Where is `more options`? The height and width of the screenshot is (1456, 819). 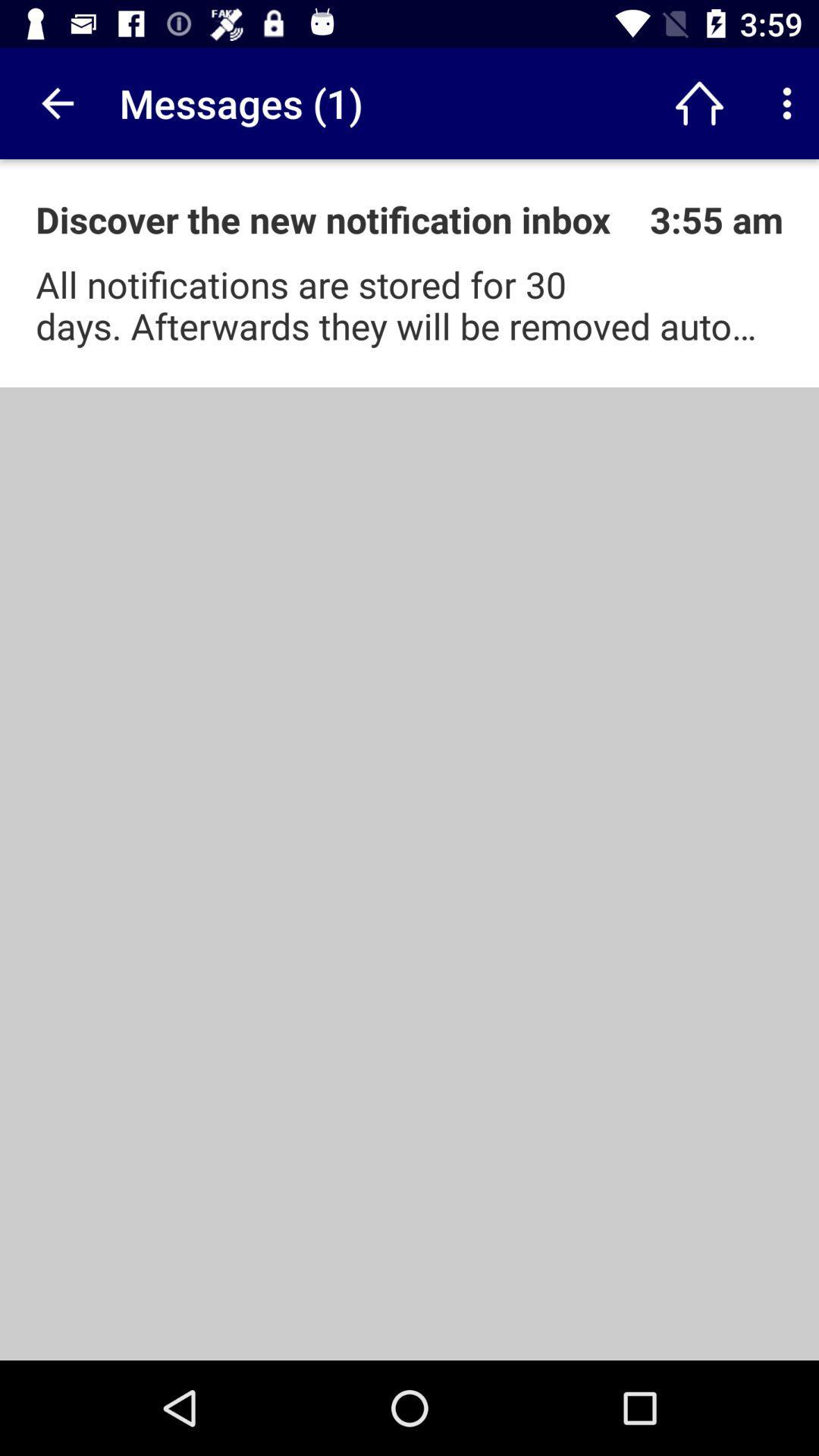 more options is located at coordinates (786, 102).